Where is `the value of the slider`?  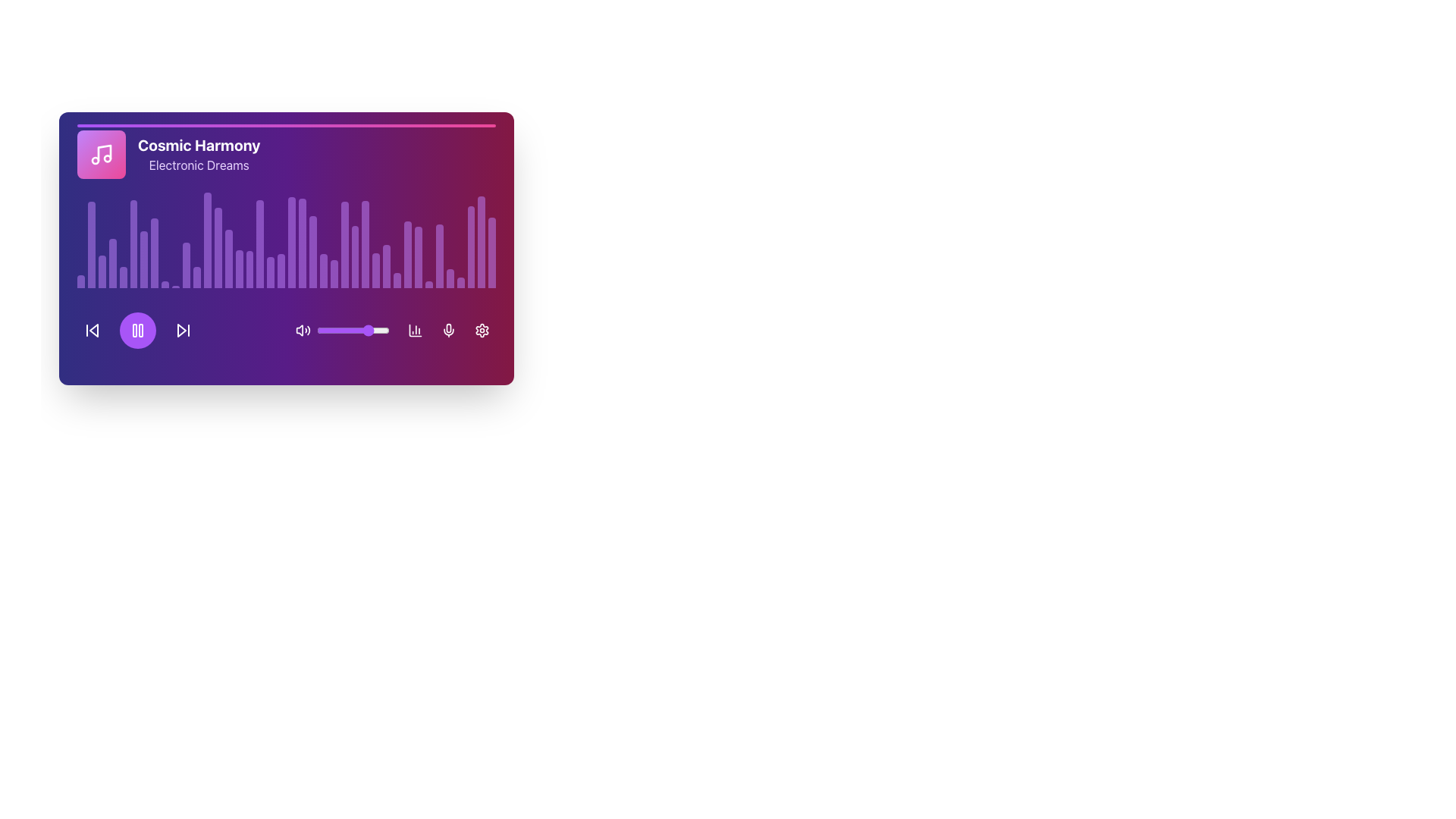 the value of the slider is located at coordinates (368, 329).